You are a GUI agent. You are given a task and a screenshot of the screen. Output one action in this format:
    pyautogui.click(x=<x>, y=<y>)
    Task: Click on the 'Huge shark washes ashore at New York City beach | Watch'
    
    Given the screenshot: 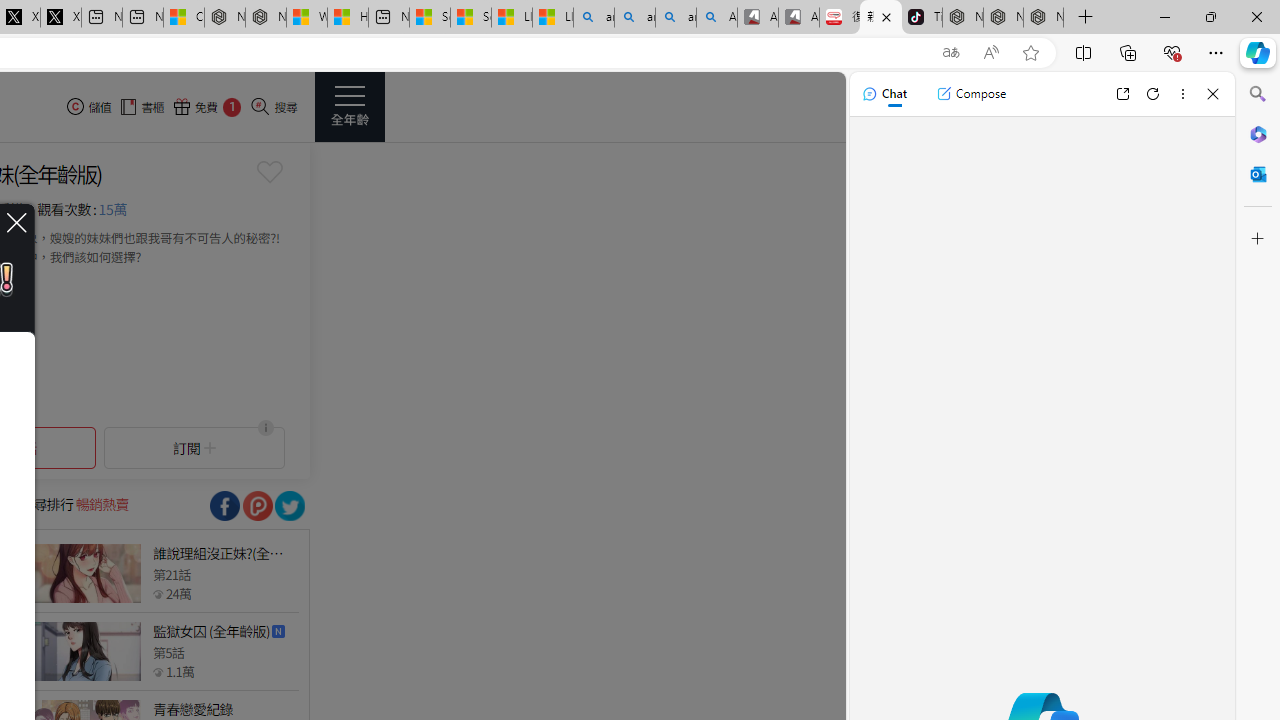 What is the action you would take?
    pyautogui.click(x=348, y=17)
    